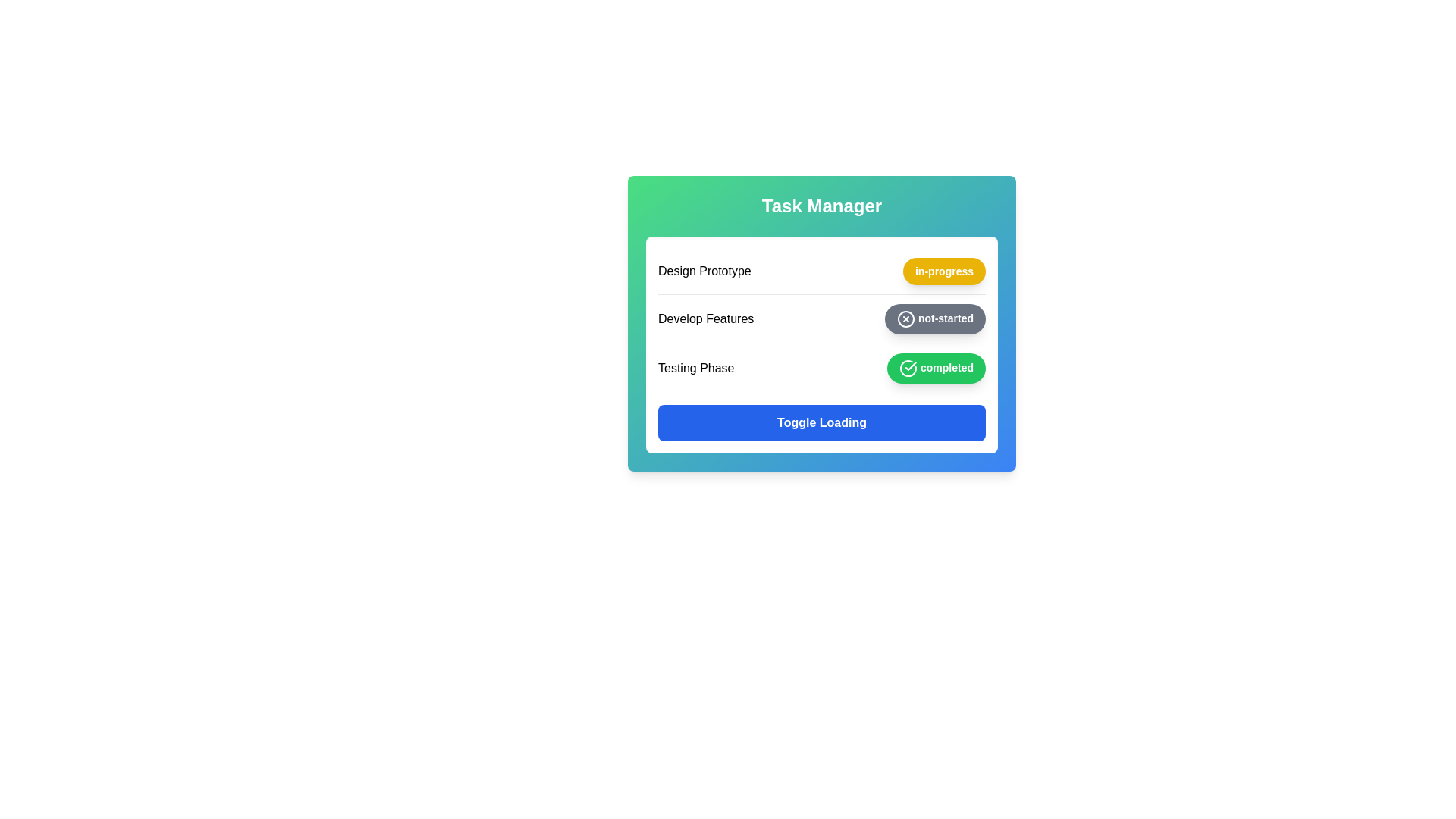 The height and width of the screenshot is (819, 1456). Describe the element at coordinates (821, 318) in the screenshot. I see `the Status panel labeled 'Develop Features' with a status badge 'not-started', which is the second item in the Task Manager panel` at that location.